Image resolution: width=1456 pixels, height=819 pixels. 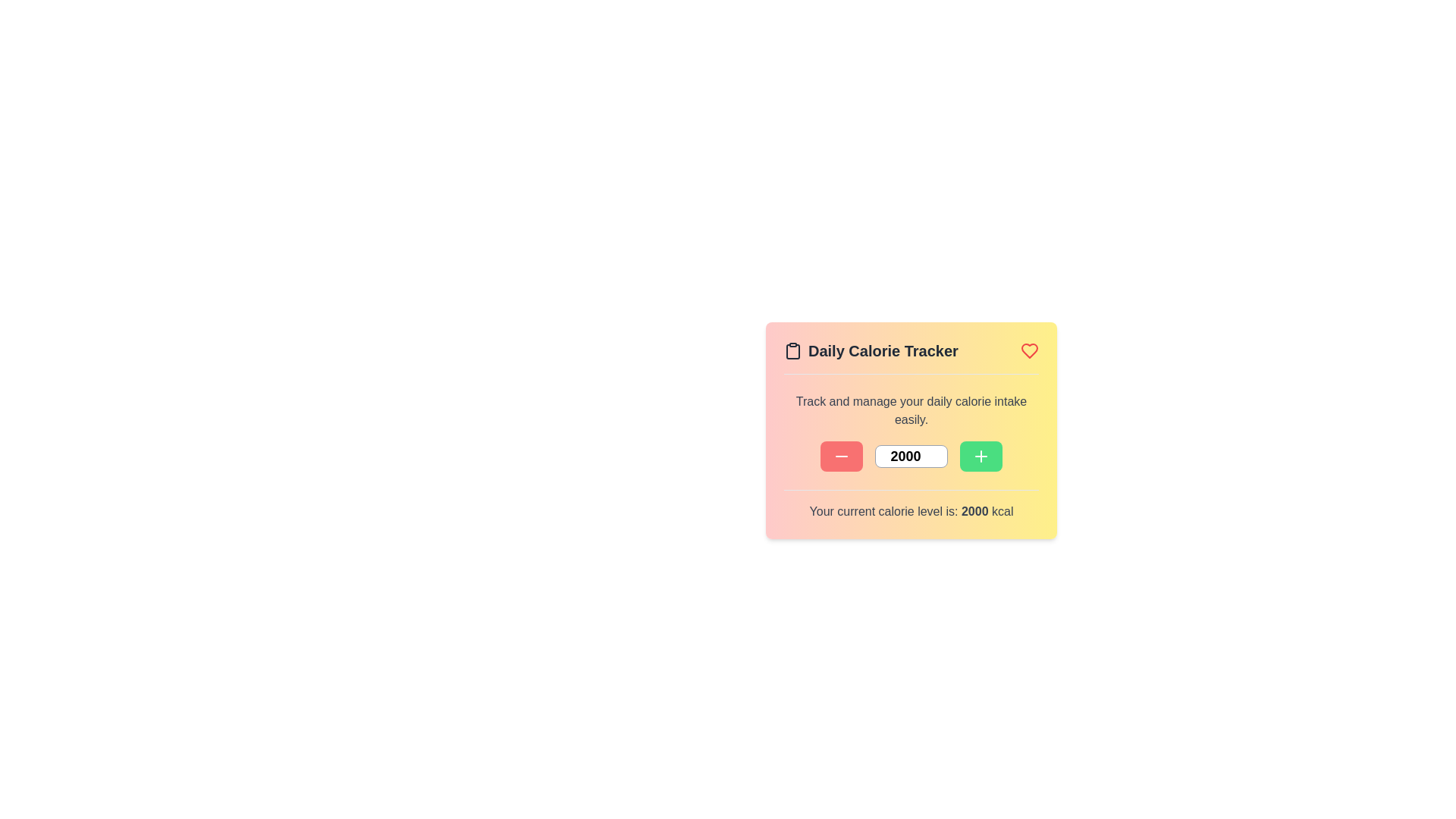 I want to click on the current visual state of the heart-shaped icon located in the top-right corner of the 'Daily Calorie Tracker' card, so click(x=1030, y=350).